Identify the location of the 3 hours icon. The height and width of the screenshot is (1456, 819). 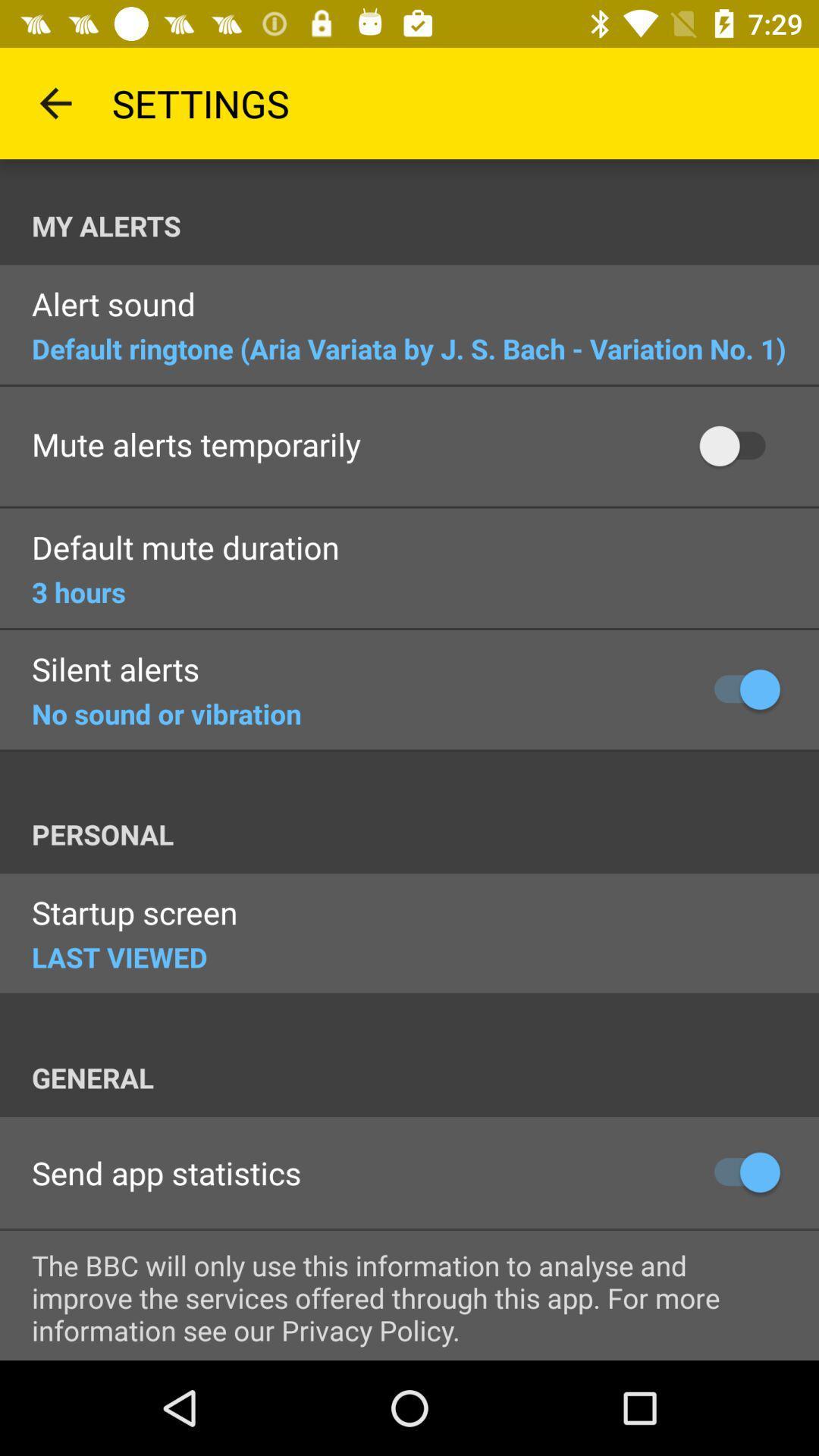
(78, 591).